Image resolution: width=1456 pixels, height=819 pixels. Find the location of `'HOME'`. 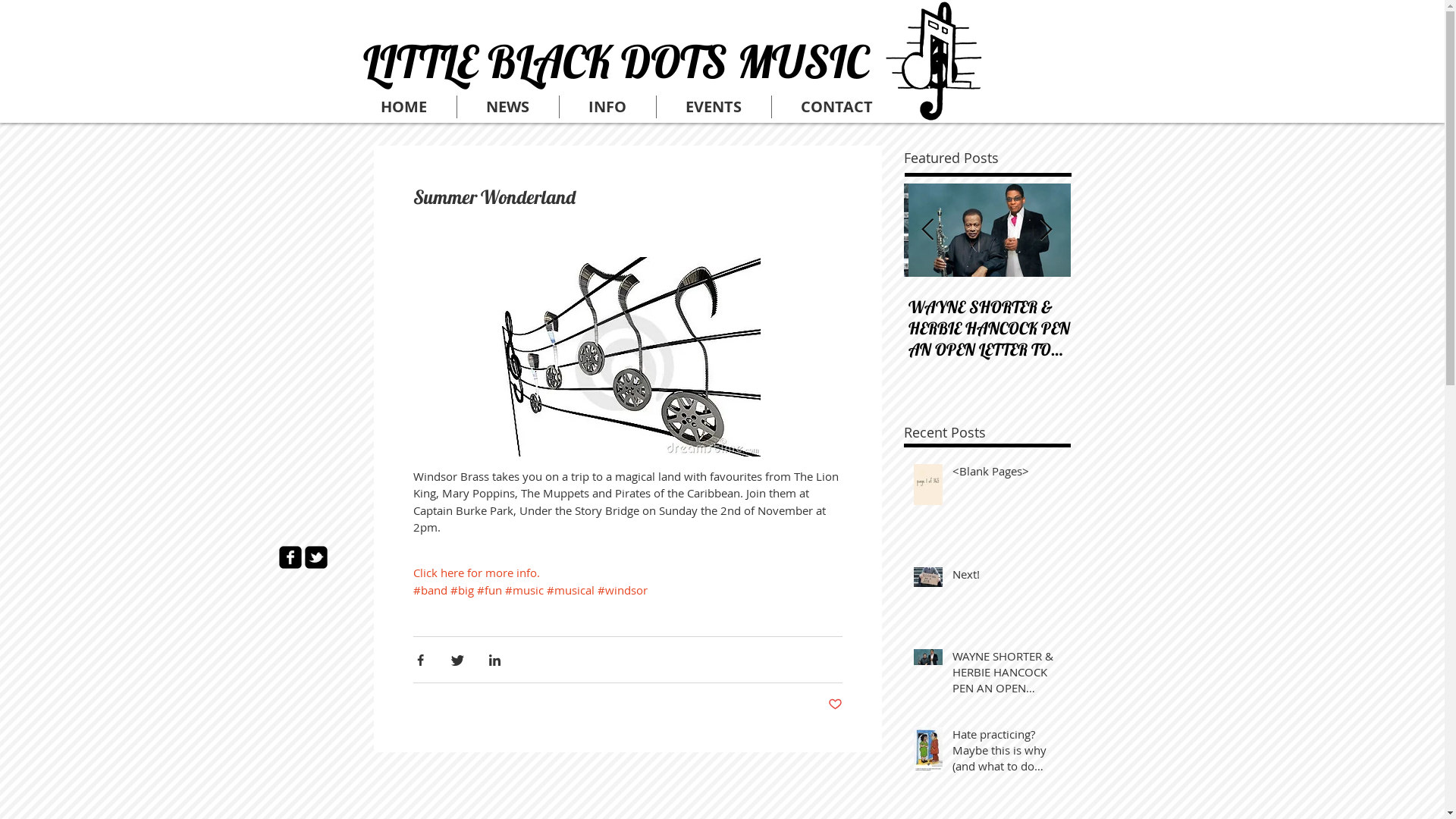

'HOME' is located at coordinates (403, 106).